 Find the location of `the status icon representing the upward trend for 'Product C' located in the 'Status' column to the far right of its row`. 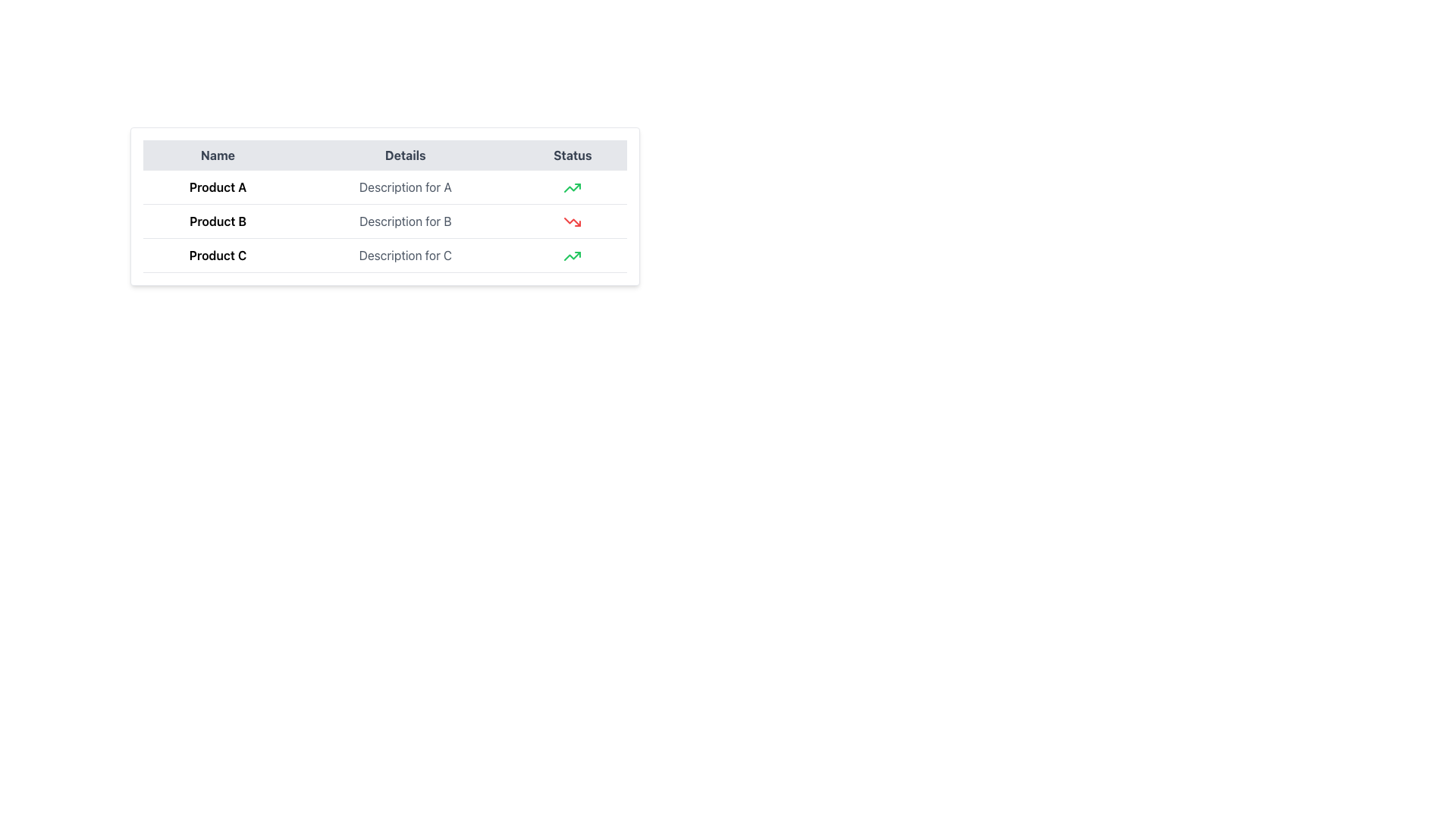

the status icon representing the upward trend for 'Product C' located in the 'Status' column to the far right of its row is located at coordinates (572, 254).